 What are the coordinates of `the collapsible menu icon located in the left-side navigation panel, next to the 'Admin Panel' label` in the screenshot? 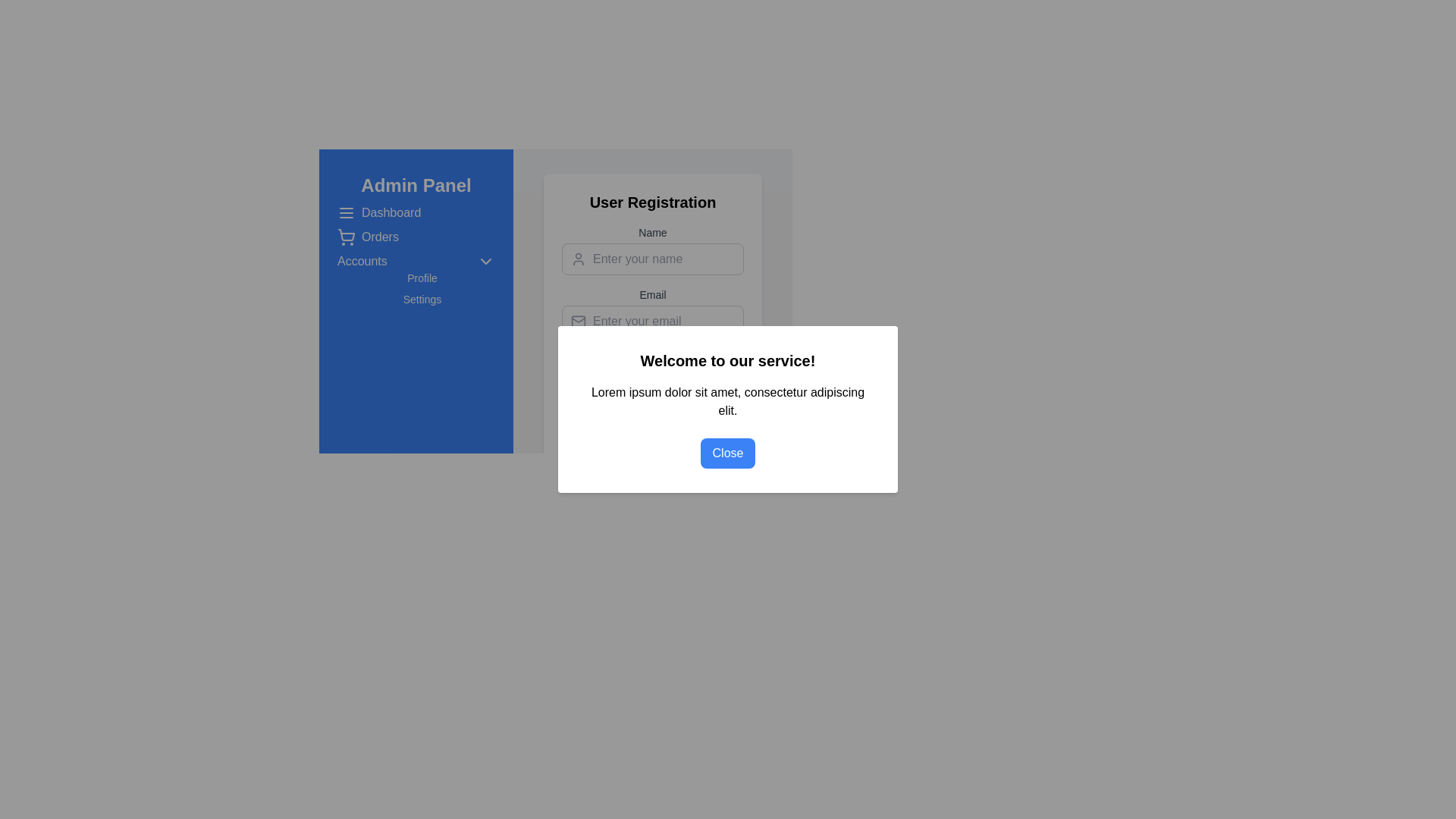 It's located at (345, 213).